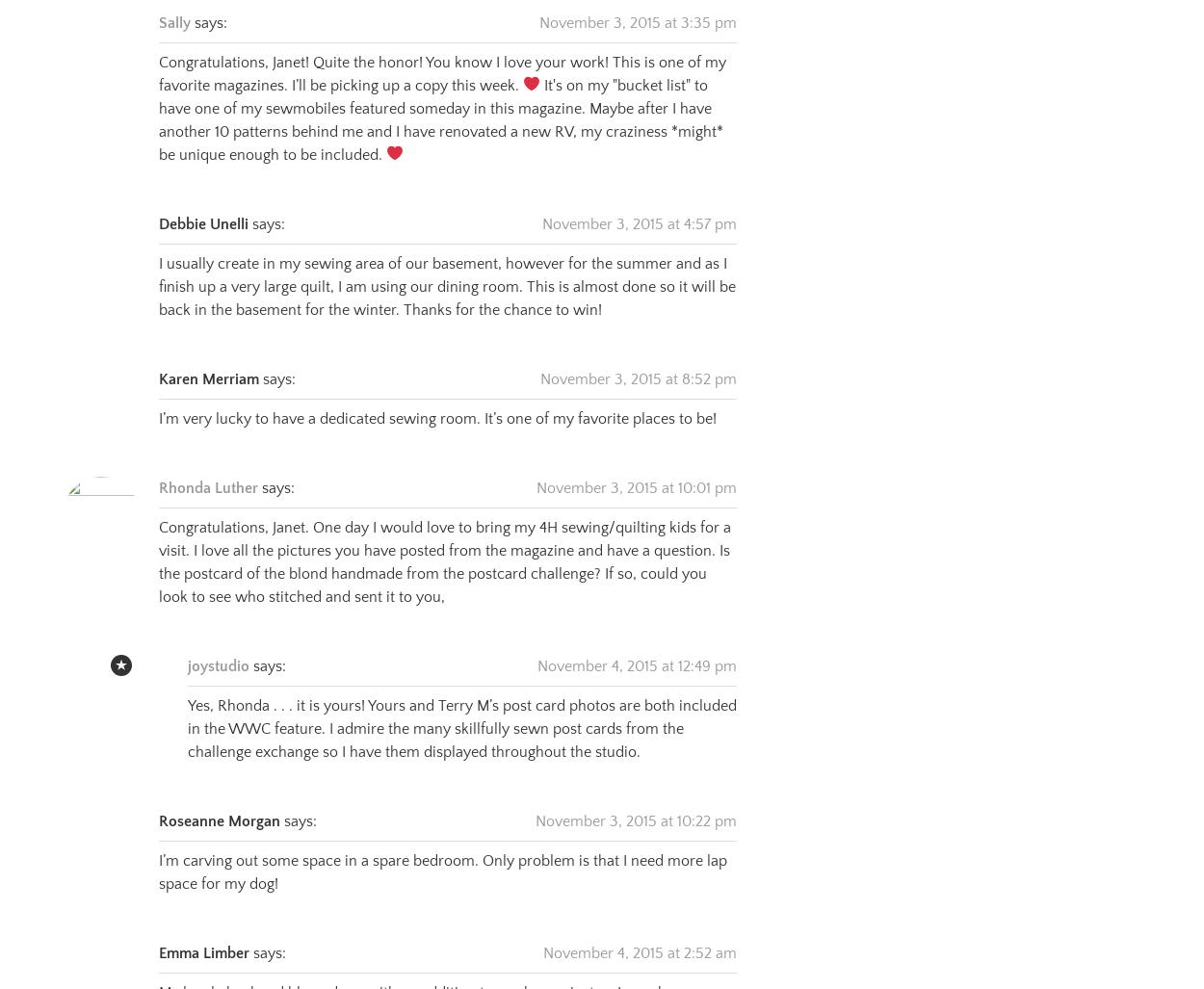 The height and width of the screenshot is (989, 1204). Describe the element at coordinates (159, 355) in the screenshot. I see `'Karen Merriam'` at that location.